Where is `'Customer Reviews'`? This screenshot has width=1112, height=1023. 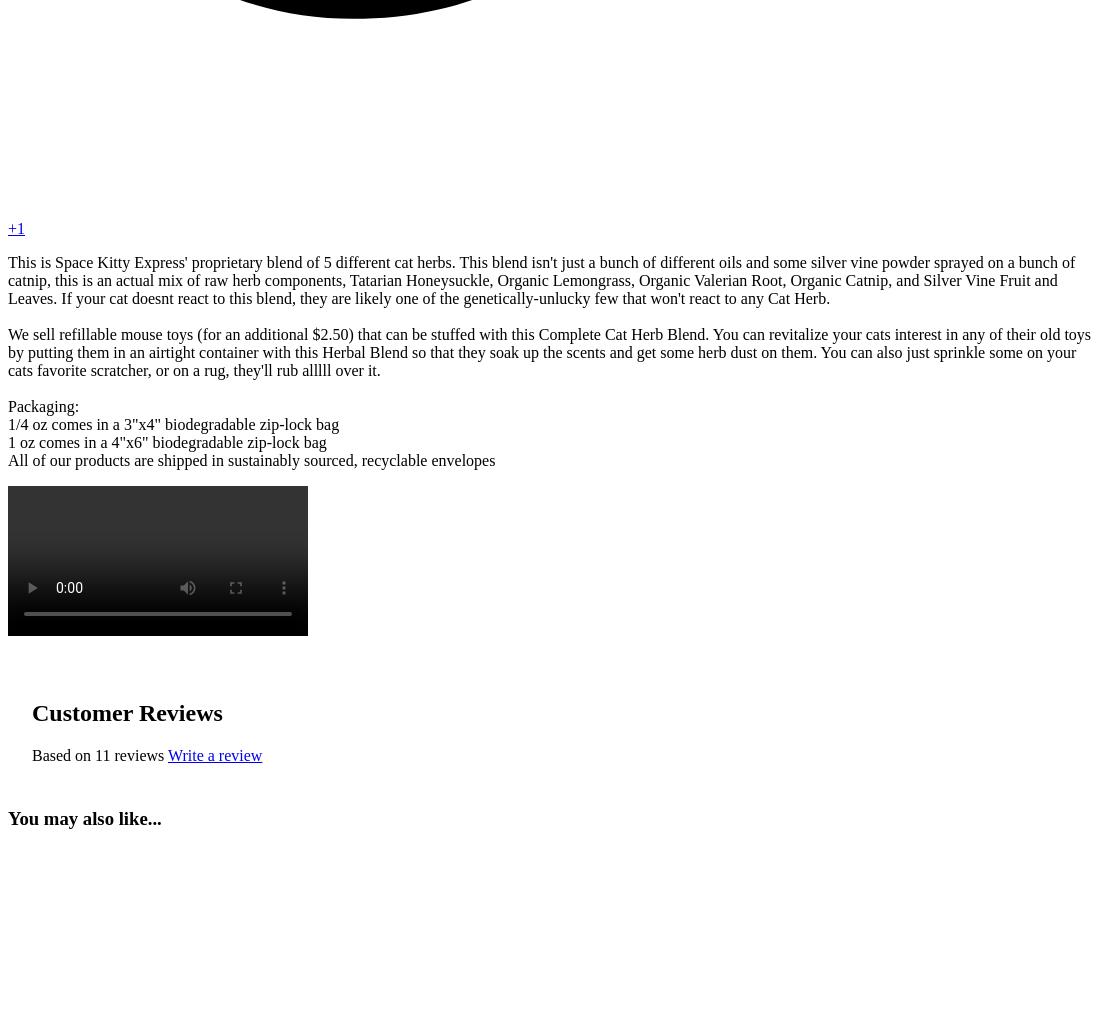 'Customer Reviews' is located at coordinates (32, 713).